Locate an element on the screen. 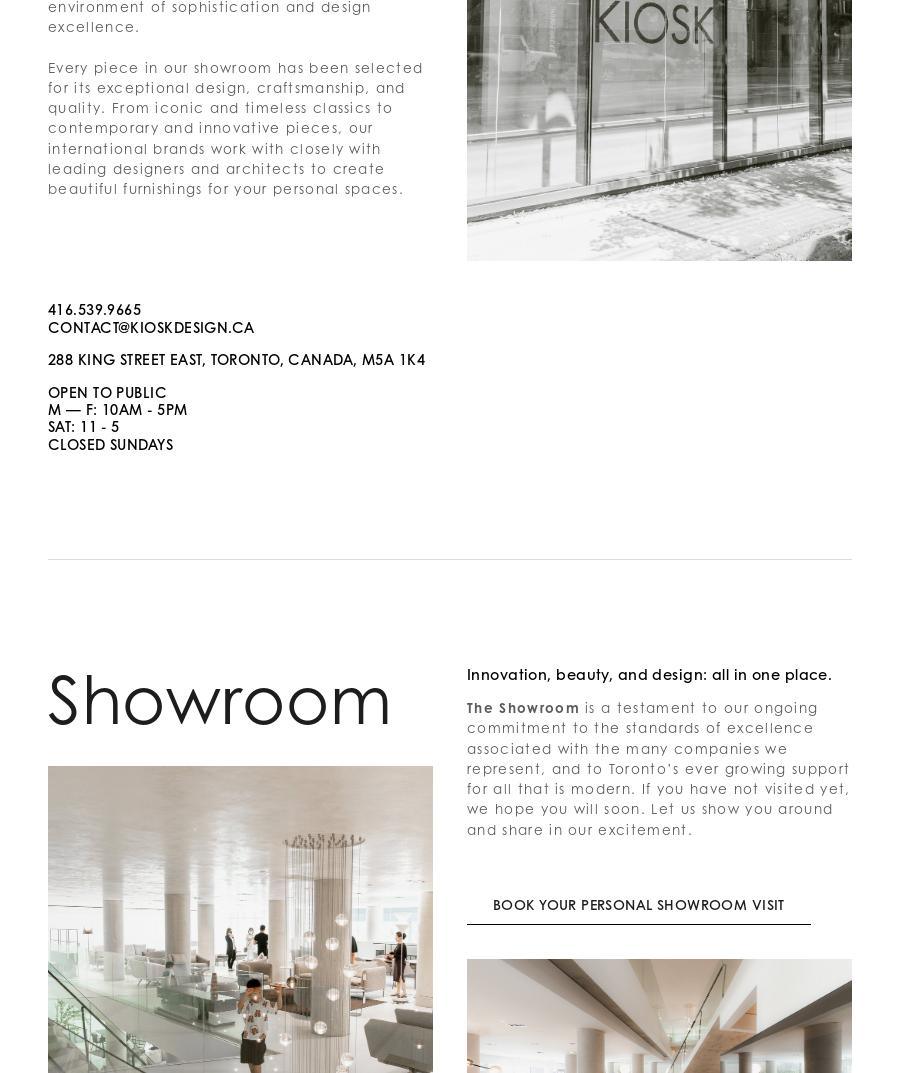 The image size is (900, 1073). 'M — F: 10AM - 5PM' is located at coordinates (117, 408).